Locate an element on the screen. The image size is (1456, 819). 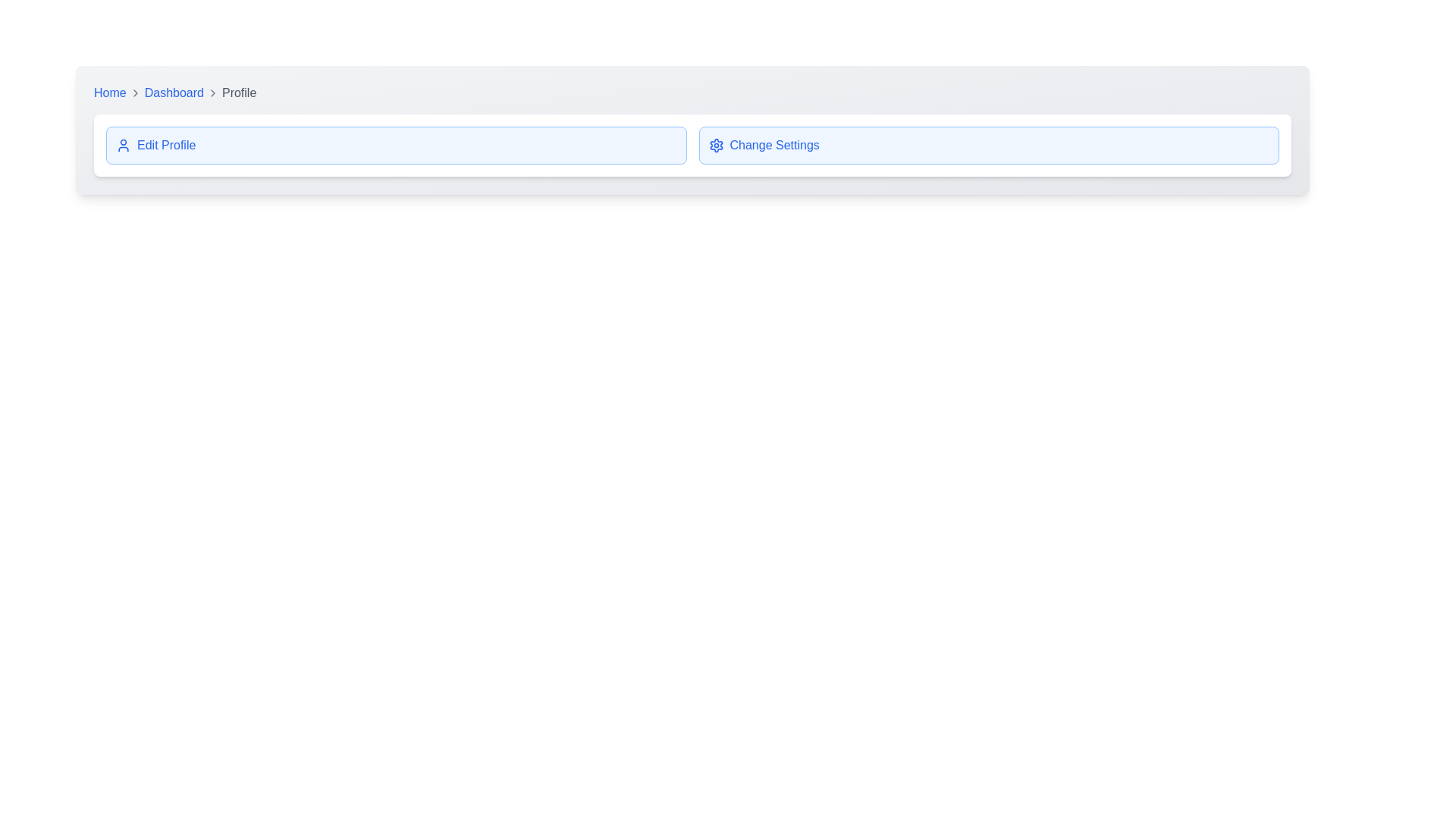
the settings icon located on the right side of the user profile section header, near the 'Change Settings' label is located at coordinates (715, 146).